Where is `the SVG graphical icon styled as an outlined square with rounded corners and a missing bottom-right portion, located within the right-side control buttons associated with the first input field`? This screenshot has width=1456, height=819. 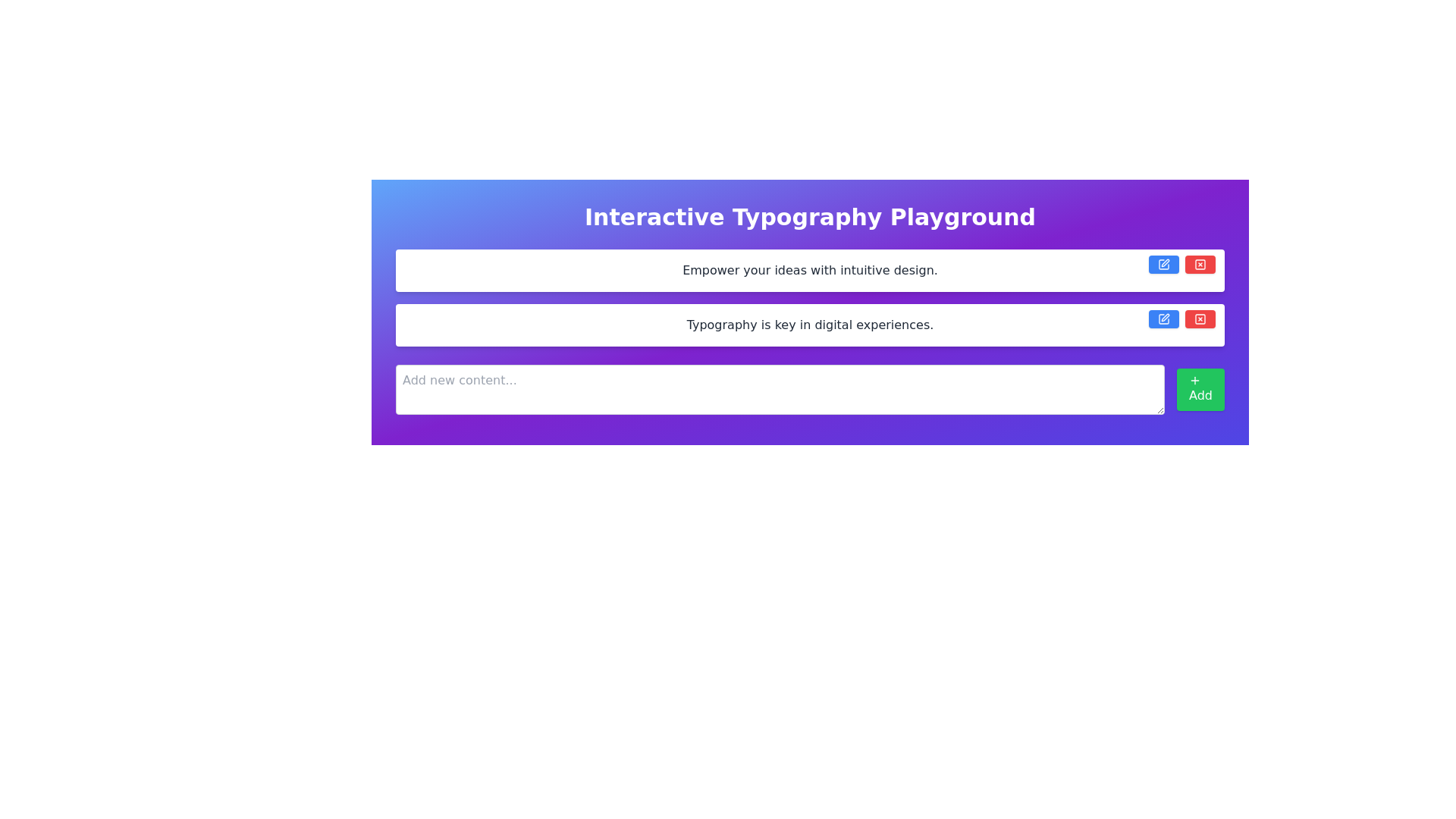
the SVG graphical icon styled as an outlined square with rounded corners and a missing bottom-right portion, located within the right-side control buttons associated with the first input field is located at coordinates (1163, 263).